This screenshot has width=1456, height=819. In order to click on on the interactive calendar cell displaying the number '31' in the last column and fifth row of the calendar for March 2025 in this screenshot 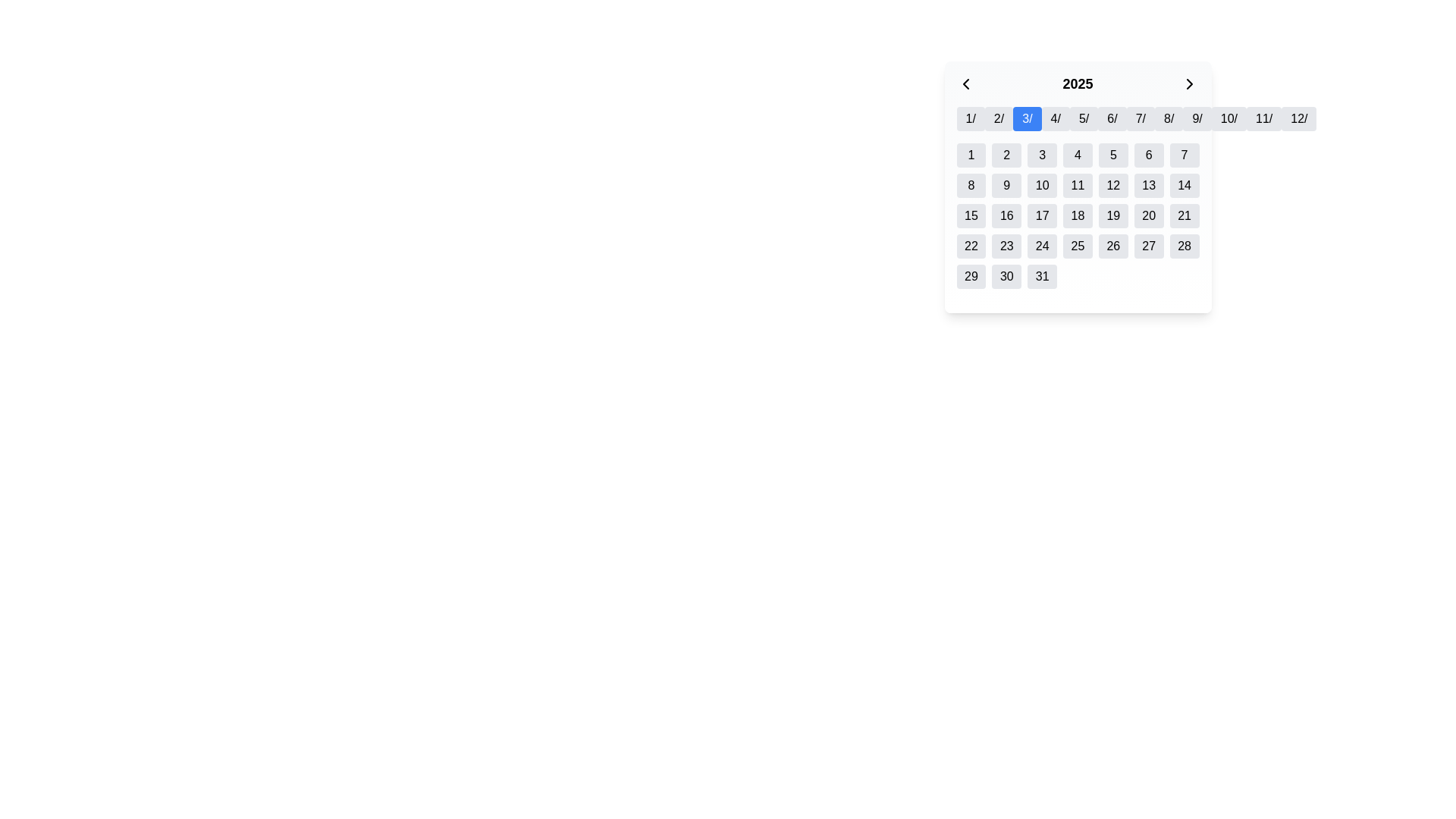, I will do `click(1041, 277)`.